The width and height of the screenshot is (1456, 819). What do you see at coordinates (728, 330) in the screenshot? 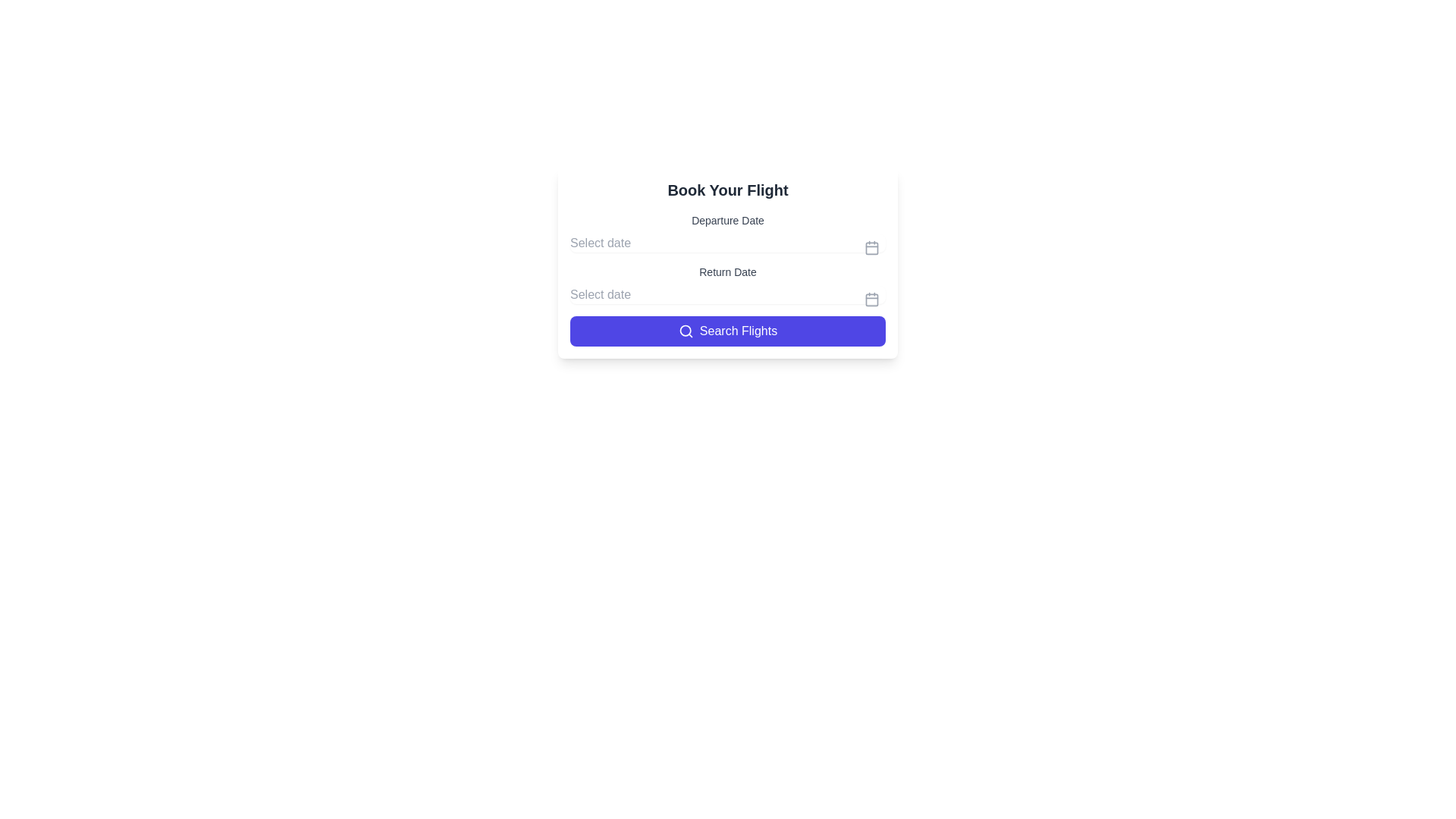
I see `the rectangular 'Search Flights' button with a vibrant indigo background and white text located at the bottom of the 'Book Your Flight' card to initiate the flight search` at bounding box center [728, 330].